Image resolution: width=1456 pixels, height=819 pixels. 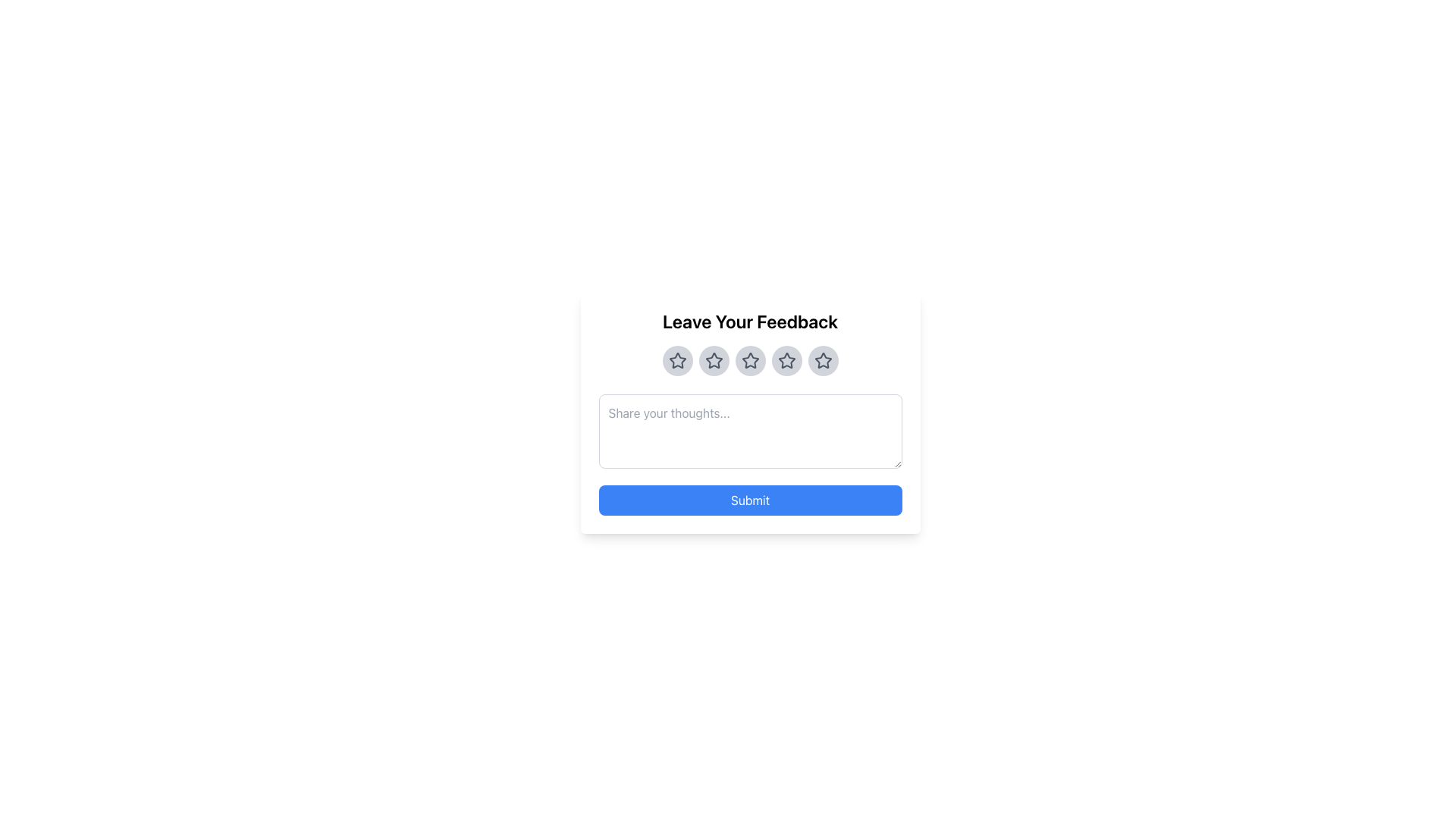 I want to click on the fifth star icon with a hollow center, so click(x=822, y=360).